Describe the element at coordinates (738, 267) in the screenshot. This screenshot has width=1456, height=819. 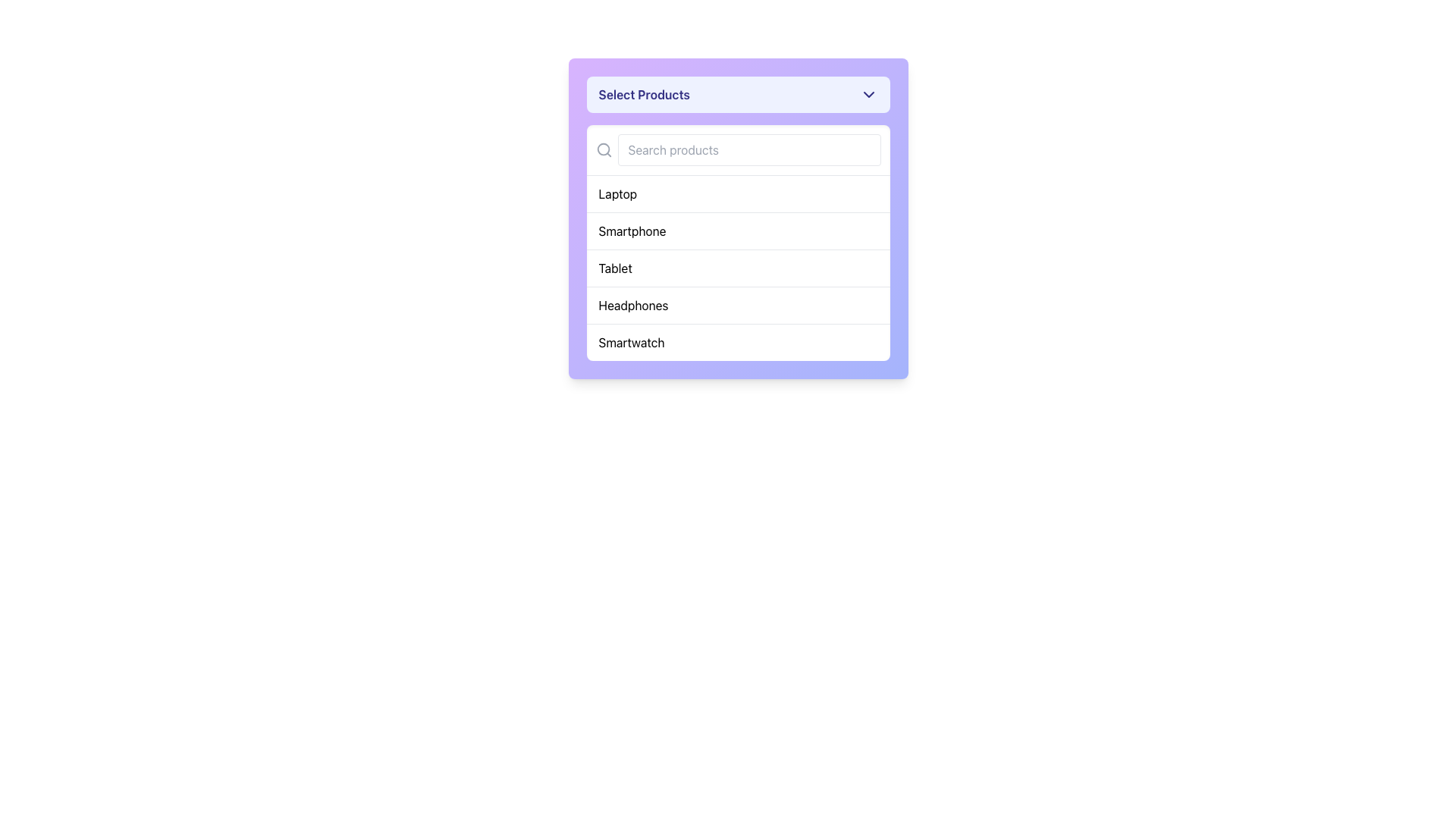
I see `the third item in the 'Select Products' dropdown menu` at that location.